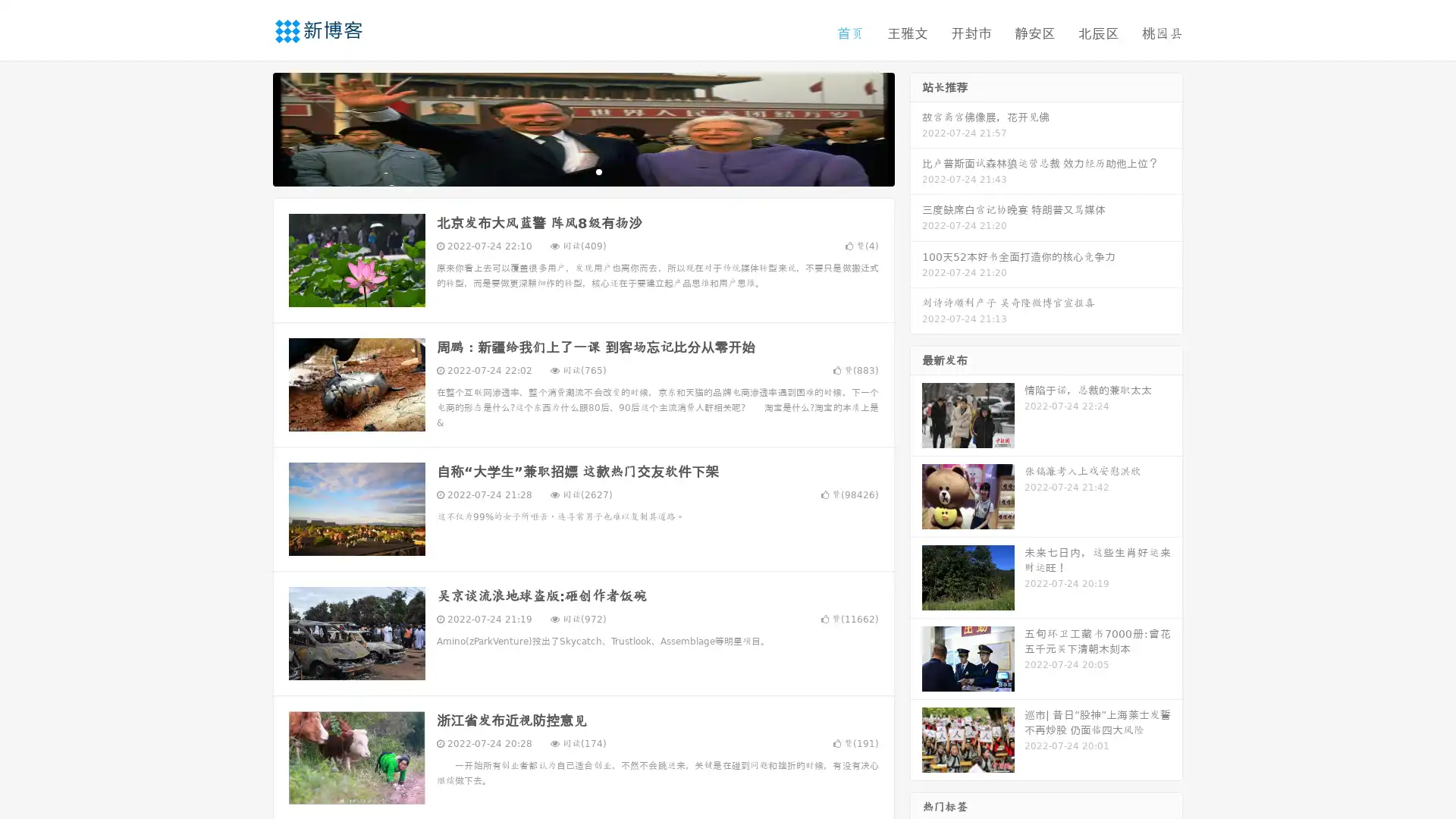  I want to click on Go to slide 1, so click(567, 171).